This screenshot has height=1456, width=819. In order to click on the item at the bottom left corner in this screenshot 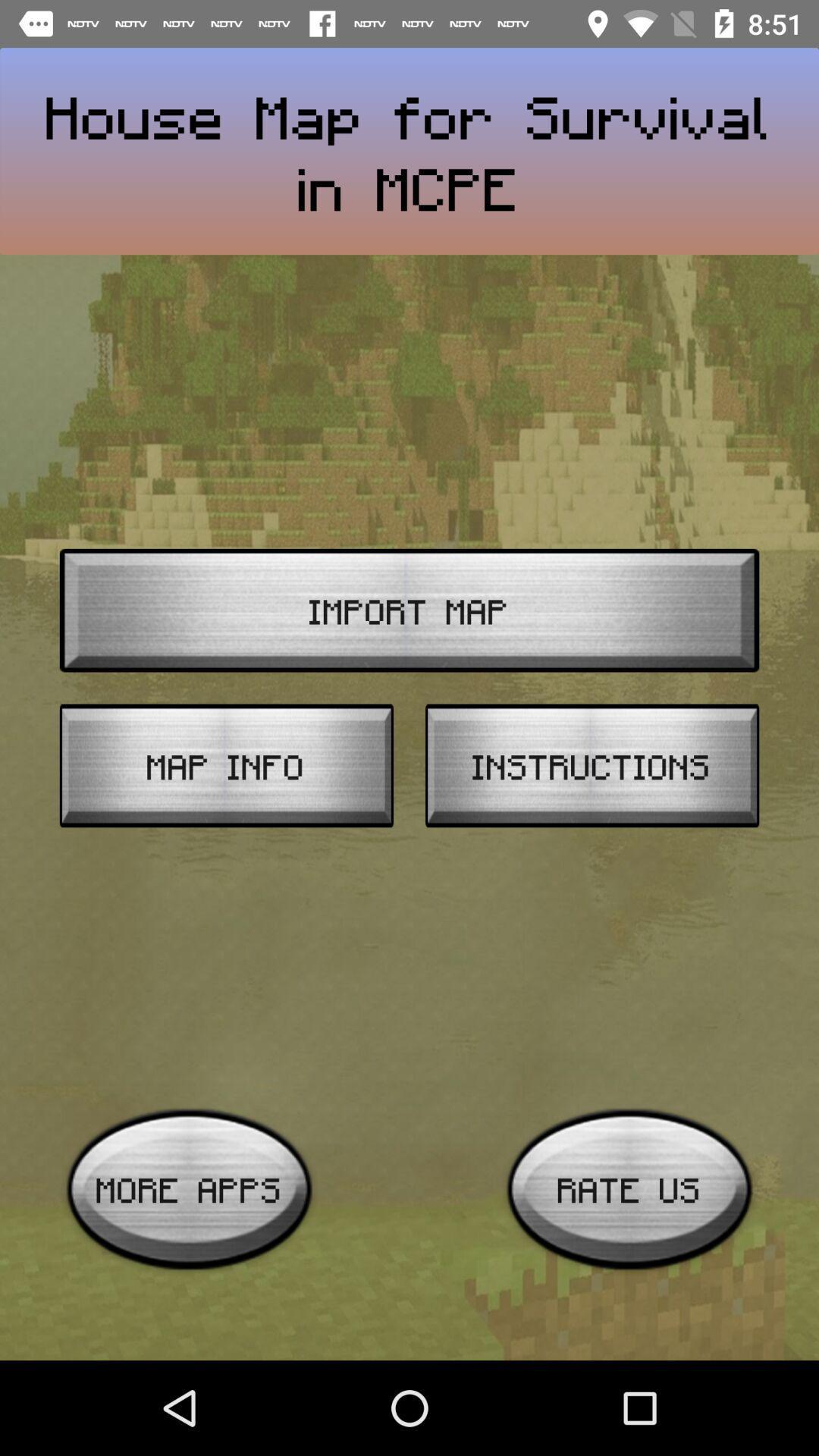, I will do `click(188, 1188)`.